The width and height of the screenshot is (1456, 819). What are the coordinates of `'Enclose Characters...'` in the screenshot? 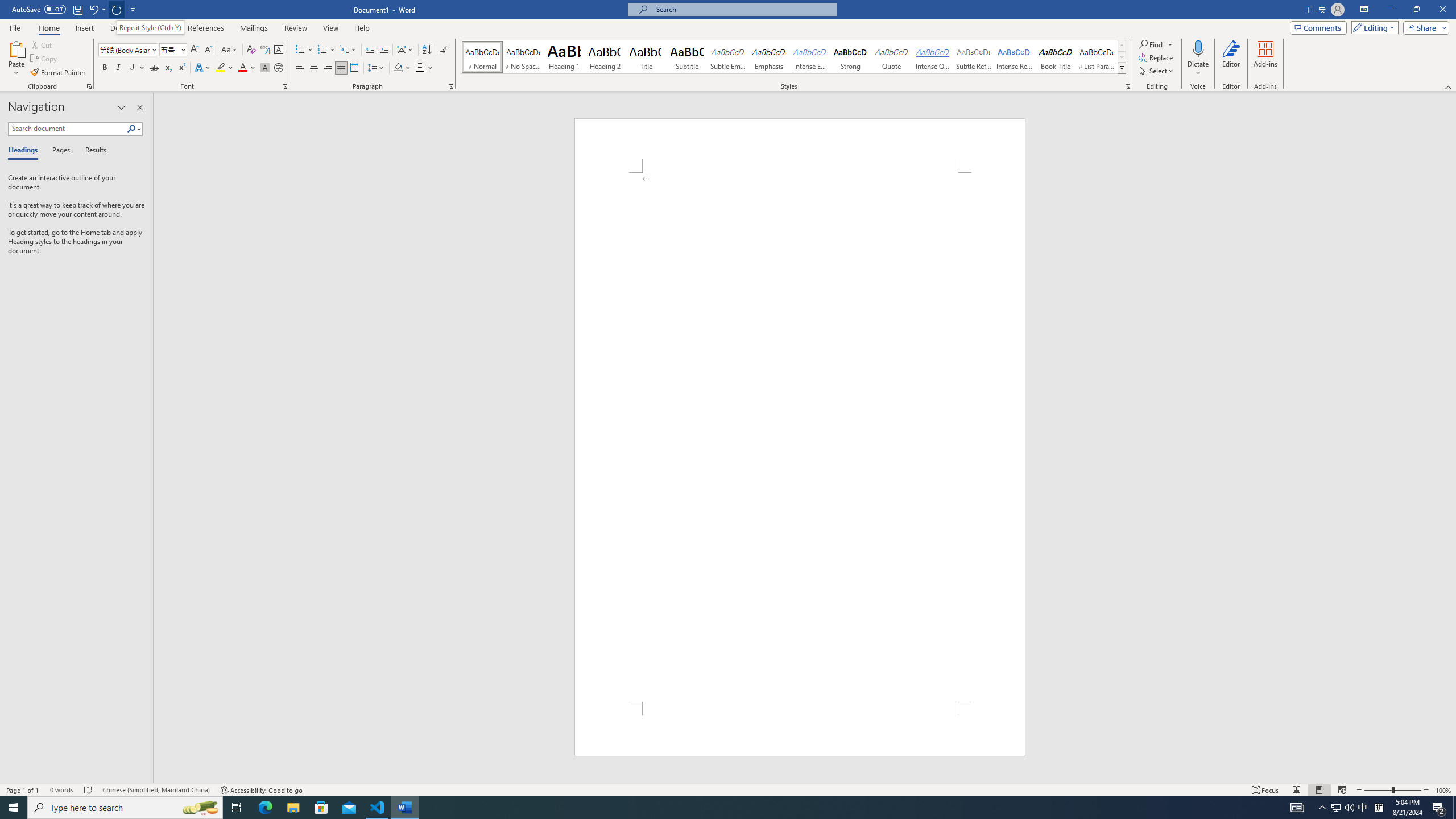 It's located at (278, 67).